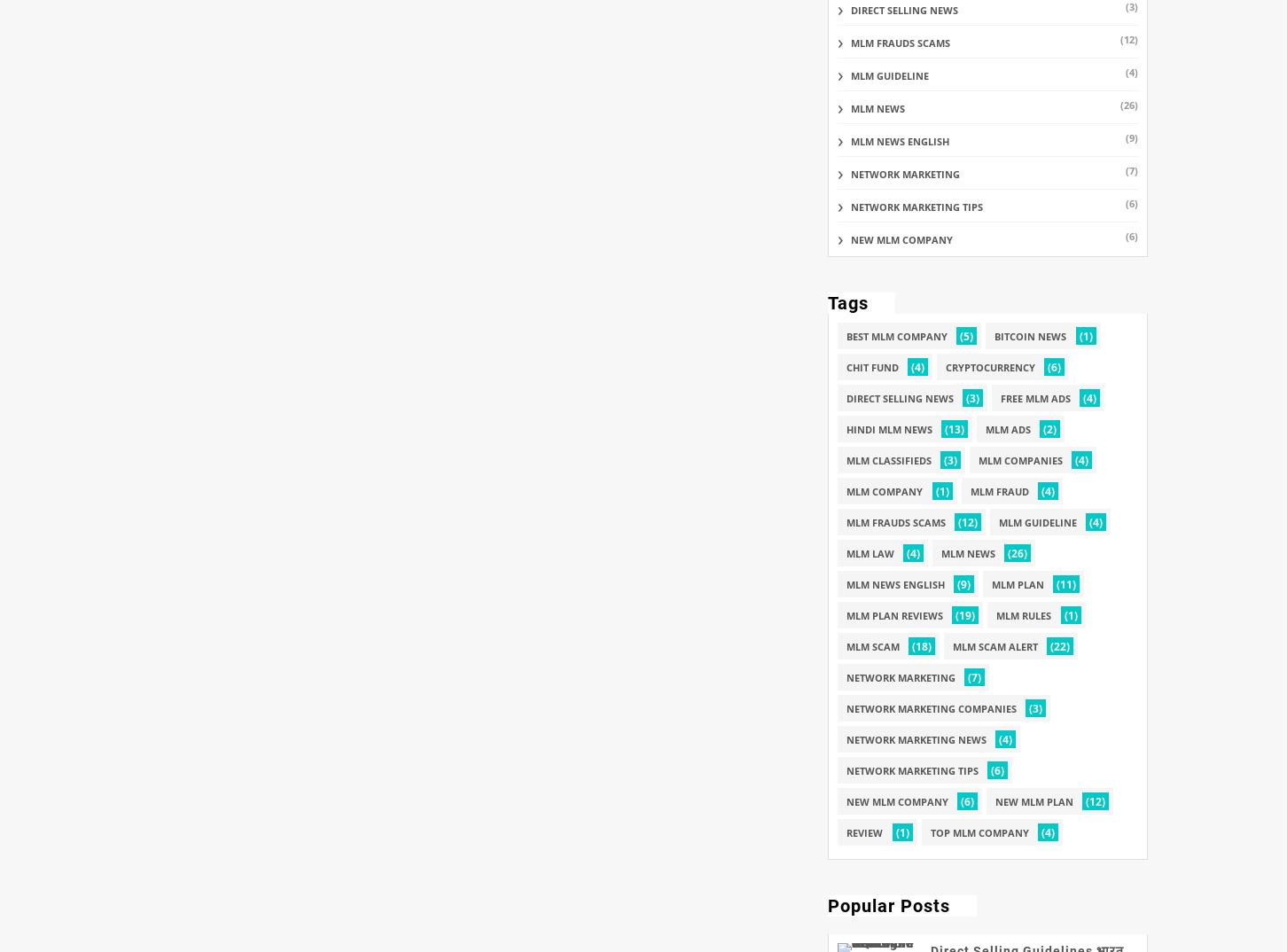 The image size is (1287, 952). What do you see at coordinates (944, 367) in the screenshot?
I see `'Cryptocurrency'` at bounding box center [944, 367].